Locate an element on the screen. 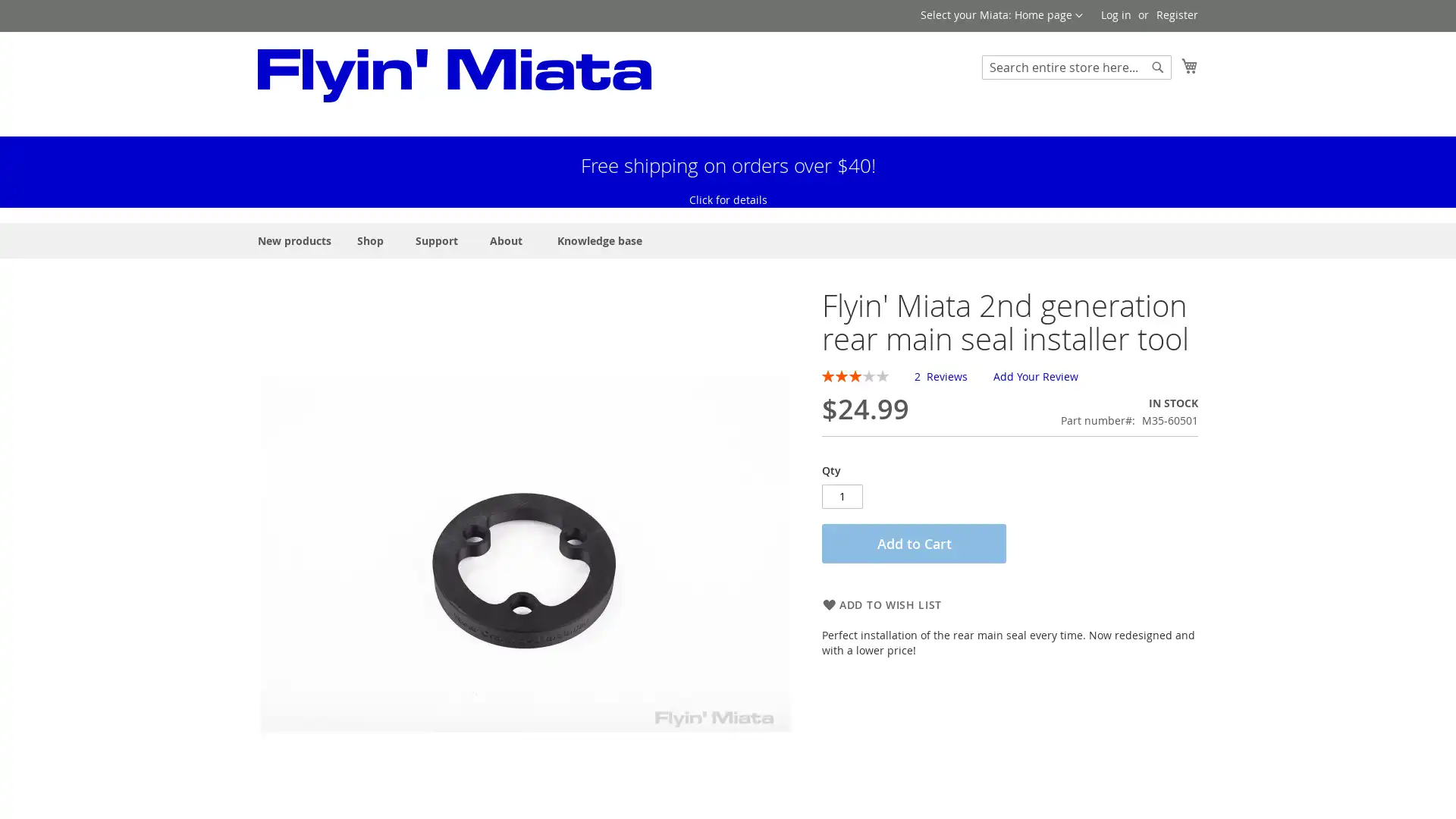  Add to Cart is located at coordinates (913, 714).